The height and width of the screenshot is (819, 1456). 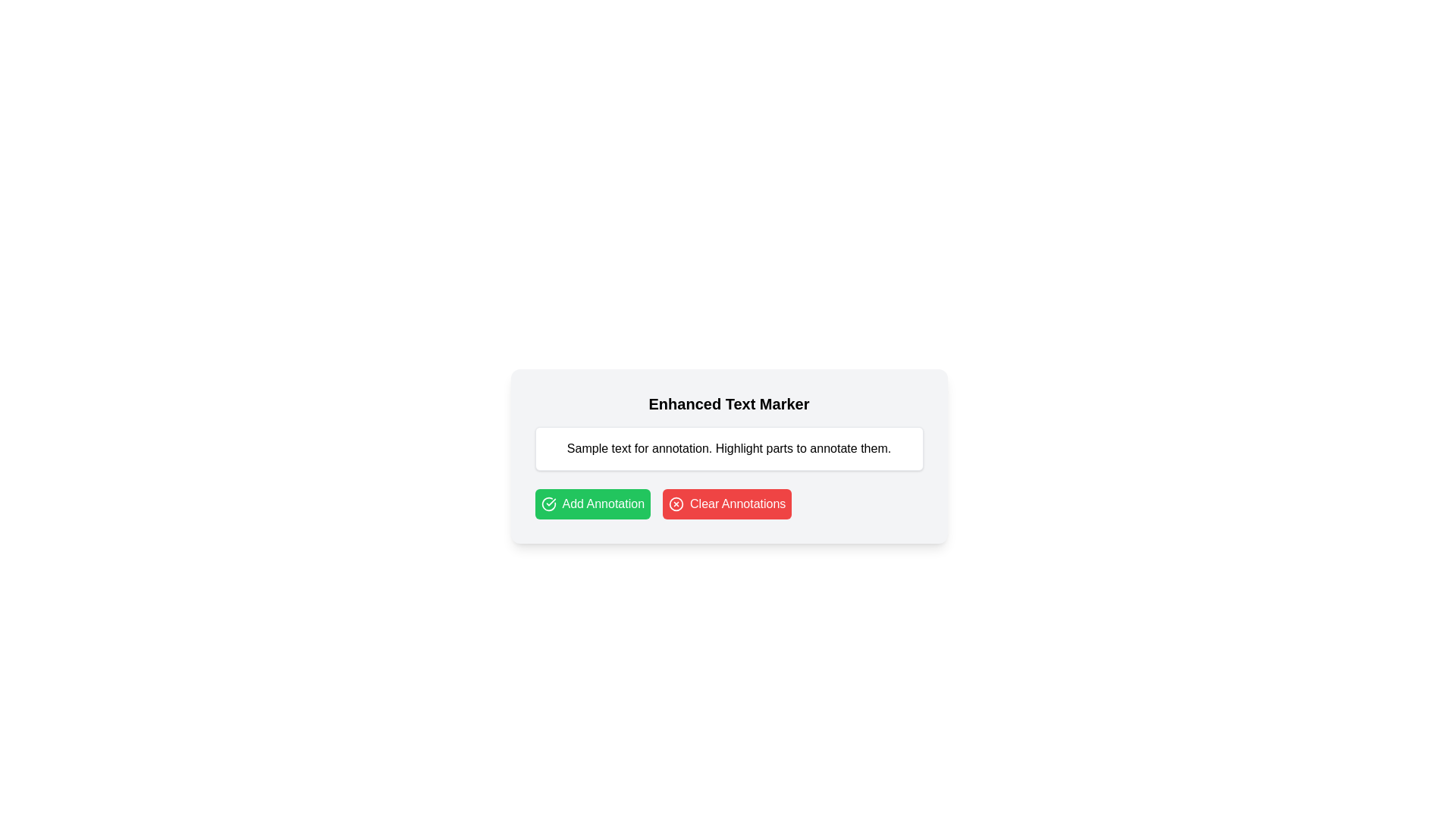 What do you see at coordinates (613, 447) in the screenshot?
I see `character 't' in the phrase 'text' within the paragraph starting with 'Sample text for annotation.'` at bounding box center [613, 447].